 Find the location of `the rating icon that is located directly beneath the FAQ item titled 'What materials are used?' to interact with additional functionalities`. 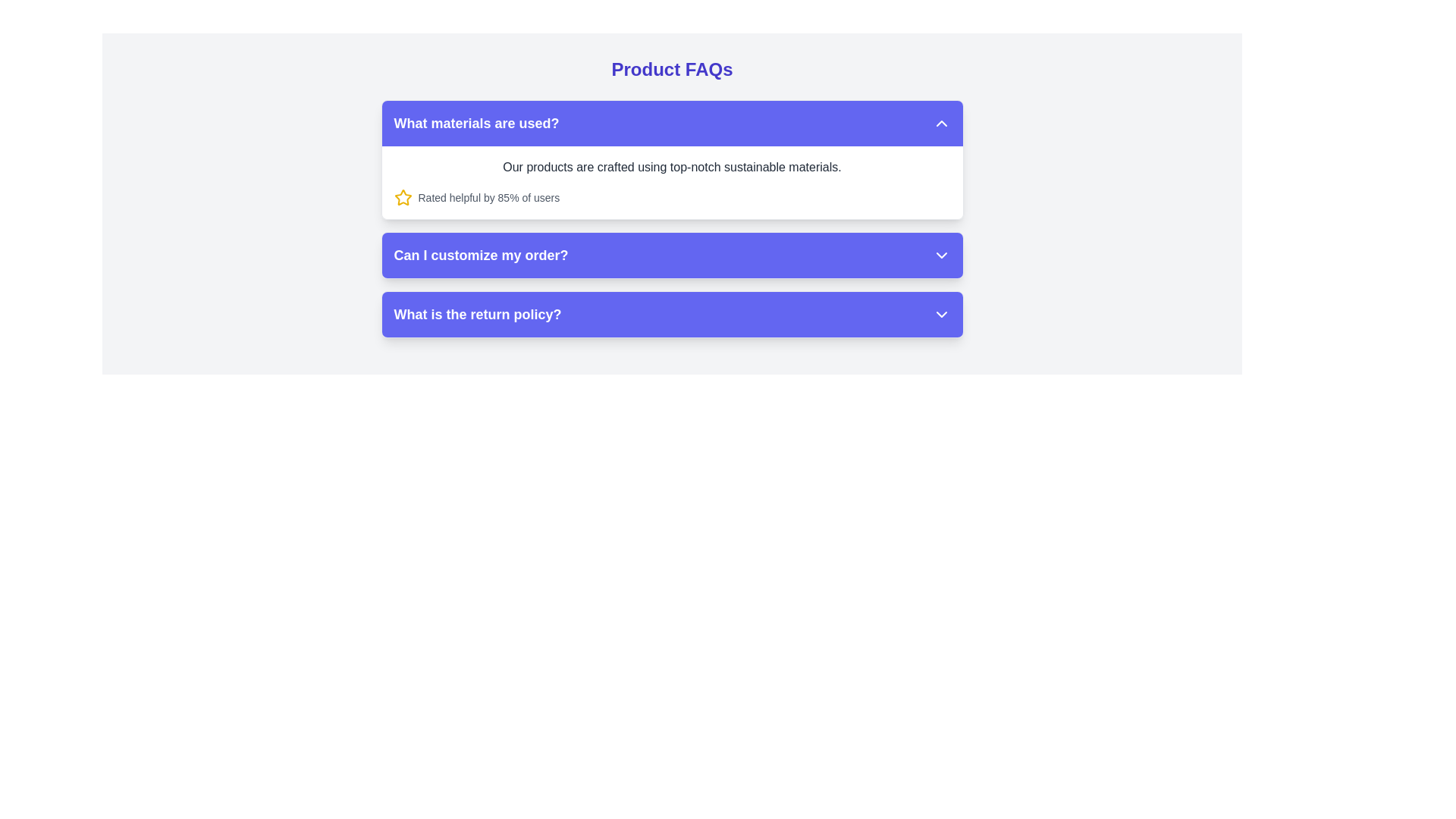

the rating icon that is located directly beneath the FAQ item titled 'What materials are used?' to interact with additional functionalities is located at coordinates (403, 196).